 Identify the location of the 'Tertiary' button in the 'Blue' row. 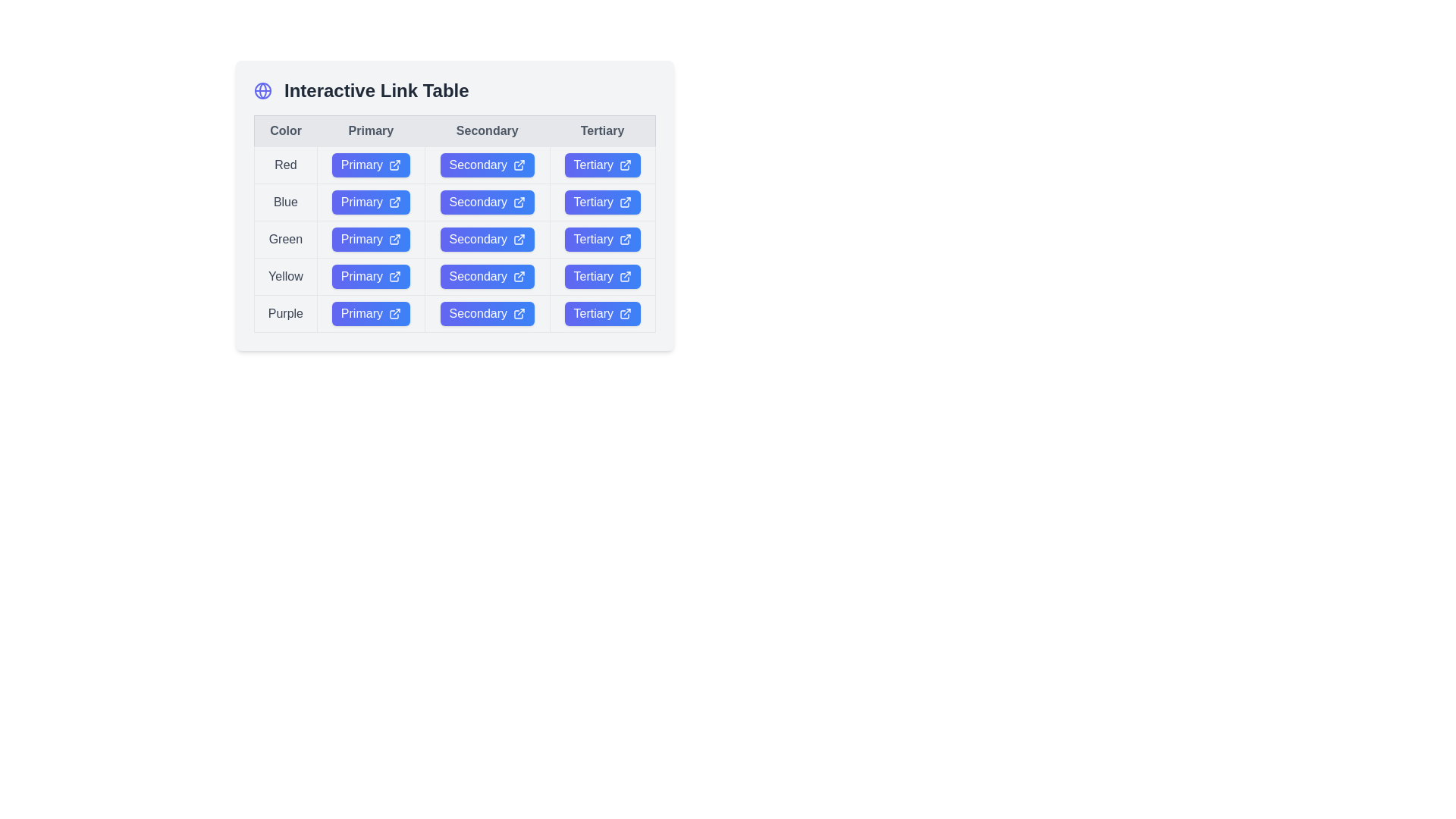
(626, 201).